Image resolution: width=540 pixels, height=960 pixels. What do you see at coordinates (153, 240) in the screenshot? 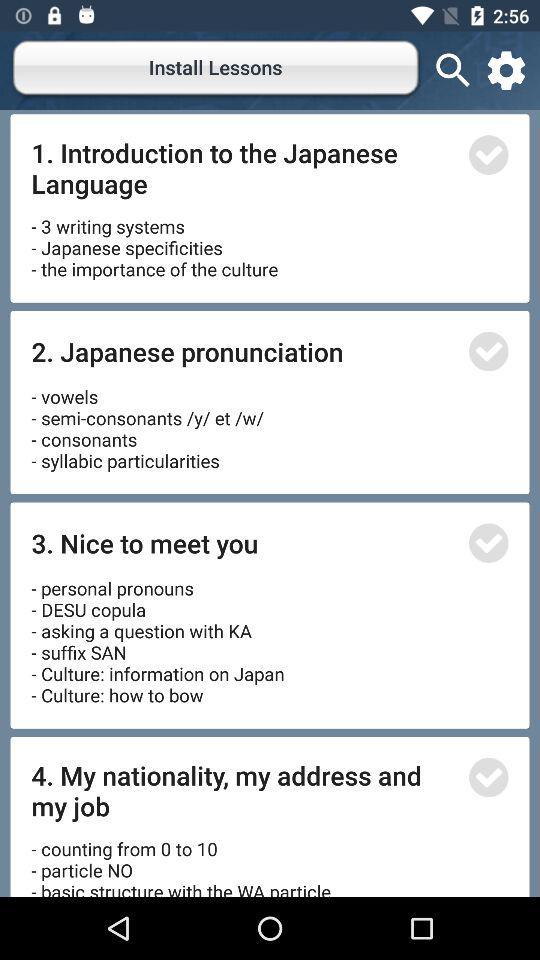
I see `the 3 writing systems` at bounding box center [153, 240].